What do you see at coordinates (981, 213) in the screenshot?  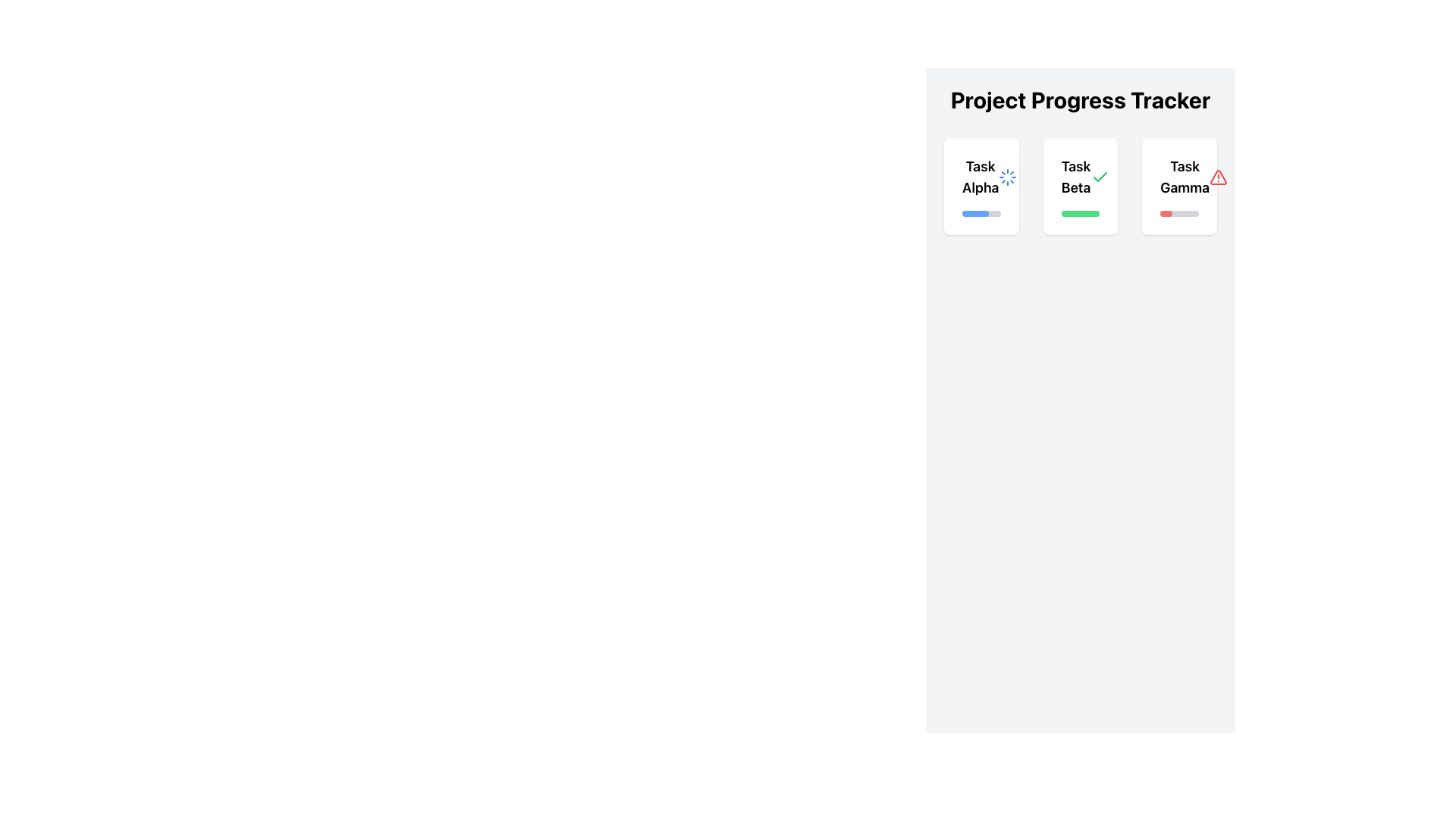 I see `the progress represented by the Progress Bar located at the bottom of the 'Task Alpha' card in the top-left corner of the layout` at bounding box center [981, 213].